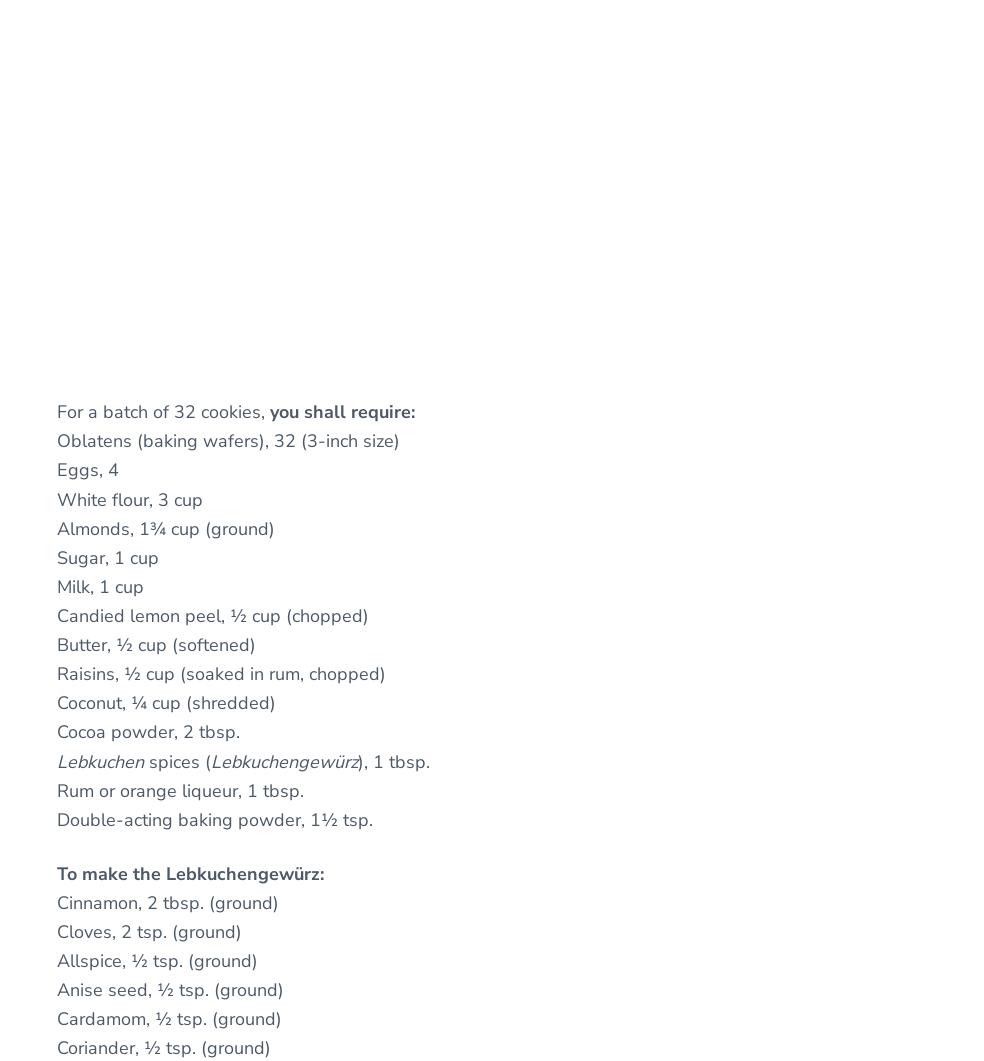 This screenshot has width=984, height=1061. Describe the element at coordinates (55, 470) in the screenshot. I see `'Eggs, 4'` at that location.